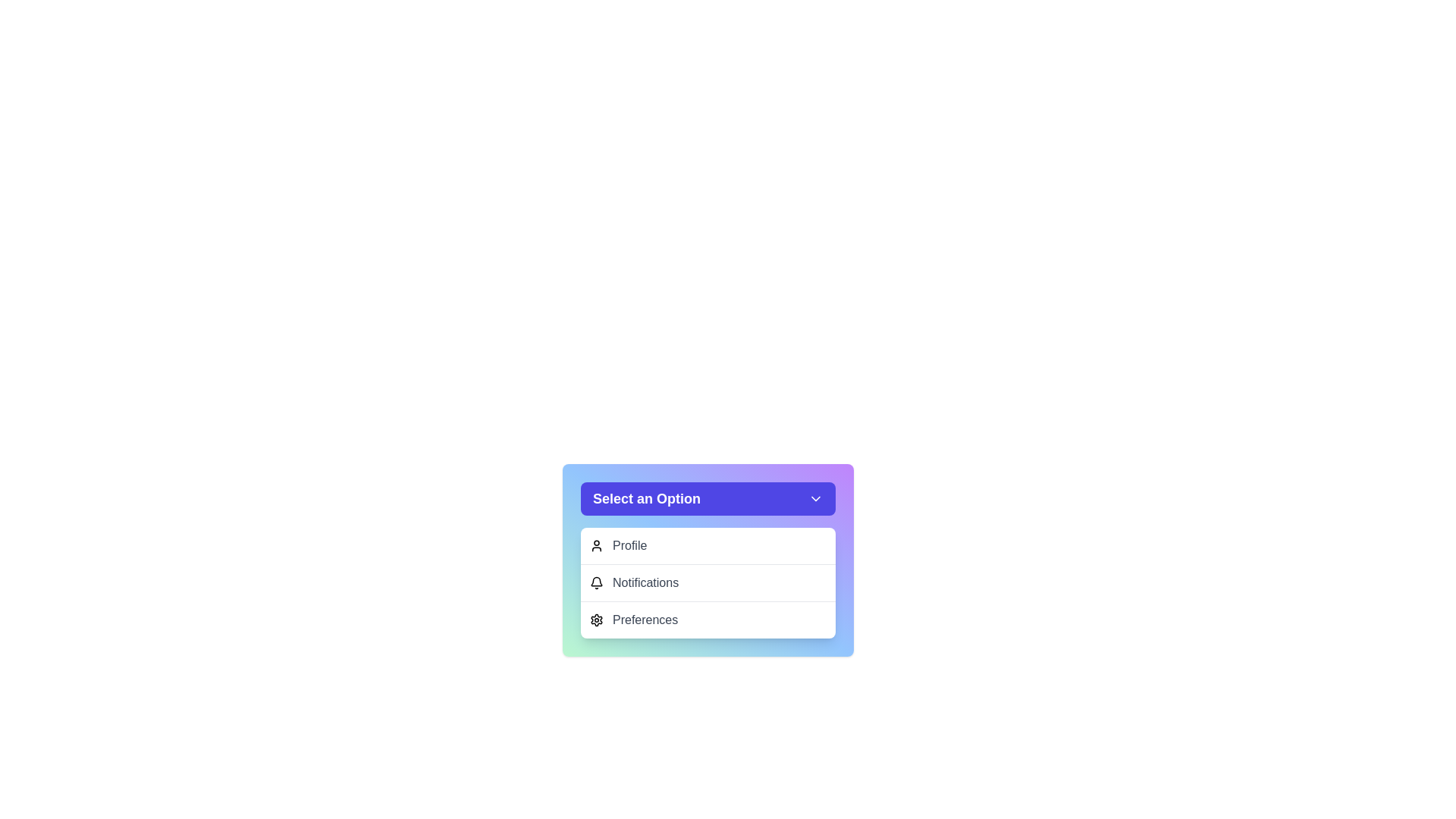 Image resolution: width=1456 pixels, height=819 pixels. What do you see at coordinates (708, 620) in the screenshot?
I see `the menu option Preferences from the dropdown menu` at bounding box center [708, 620].